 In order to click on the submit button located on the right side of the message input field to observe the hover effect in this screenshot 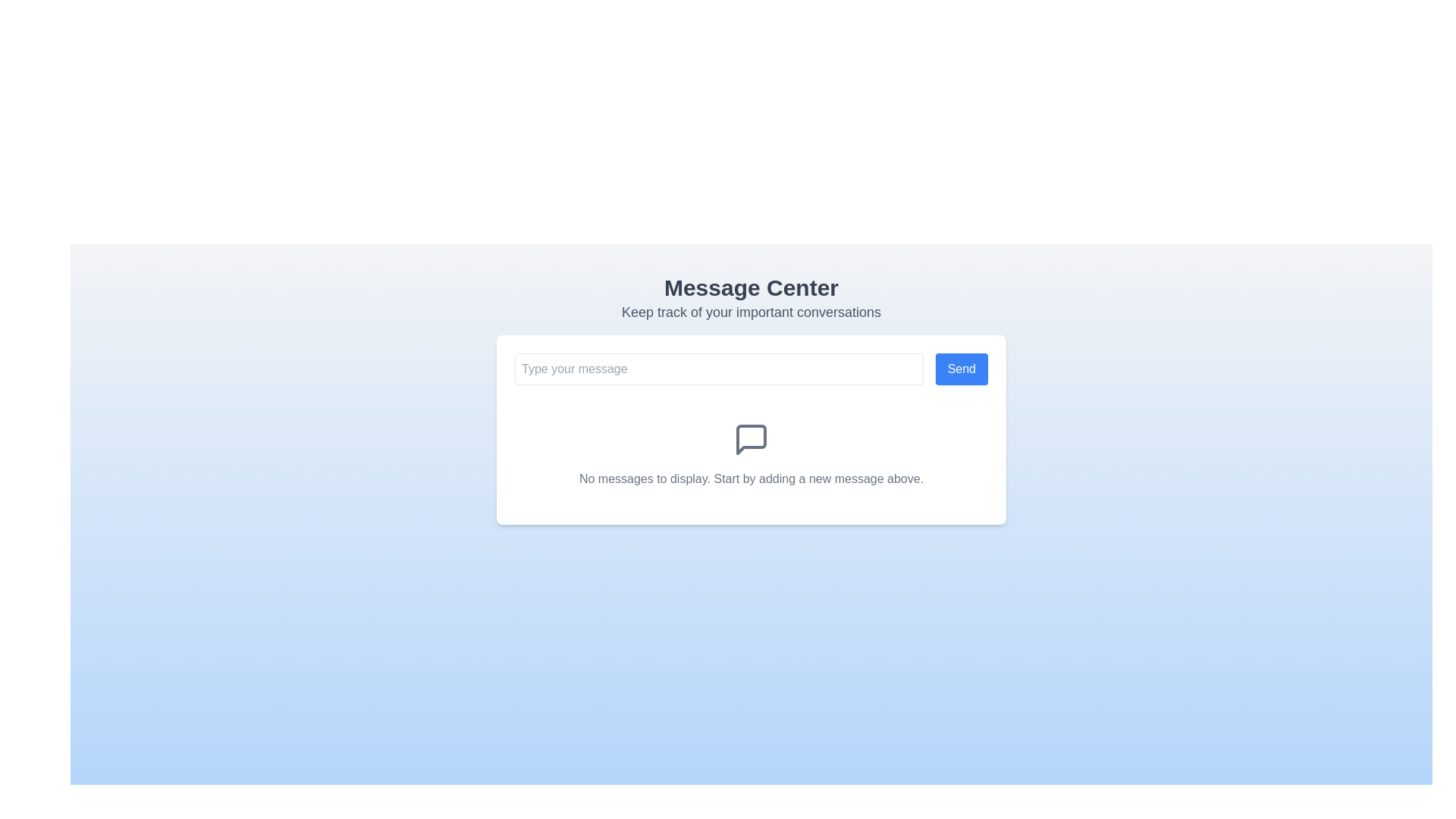, I will do `click(961, 369)`.